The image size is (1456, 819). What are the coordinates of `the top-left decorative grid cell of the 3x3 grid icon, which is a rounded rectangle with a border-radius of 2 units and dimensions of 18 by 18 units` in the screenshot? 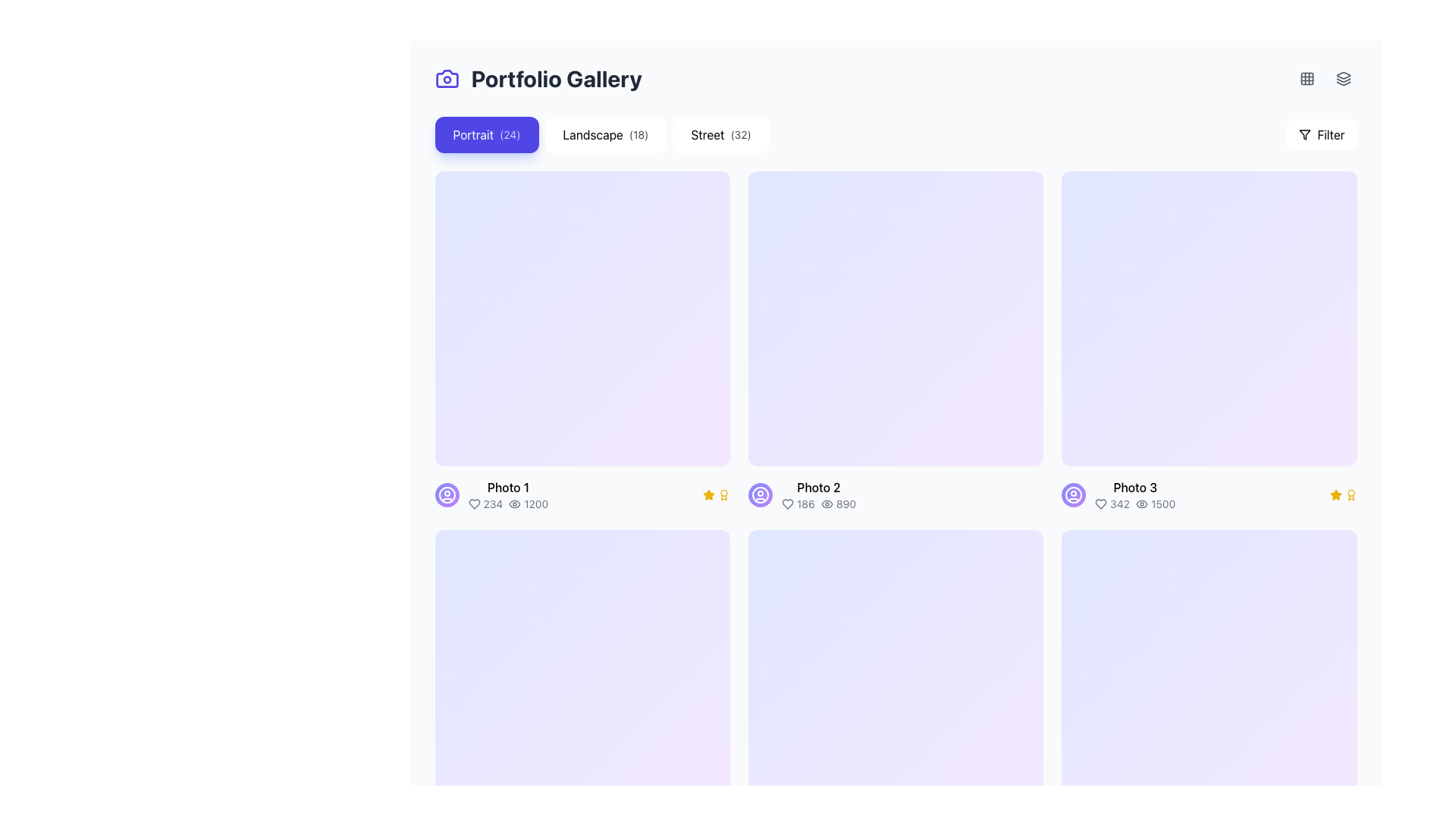 It's located at (1306, 79).